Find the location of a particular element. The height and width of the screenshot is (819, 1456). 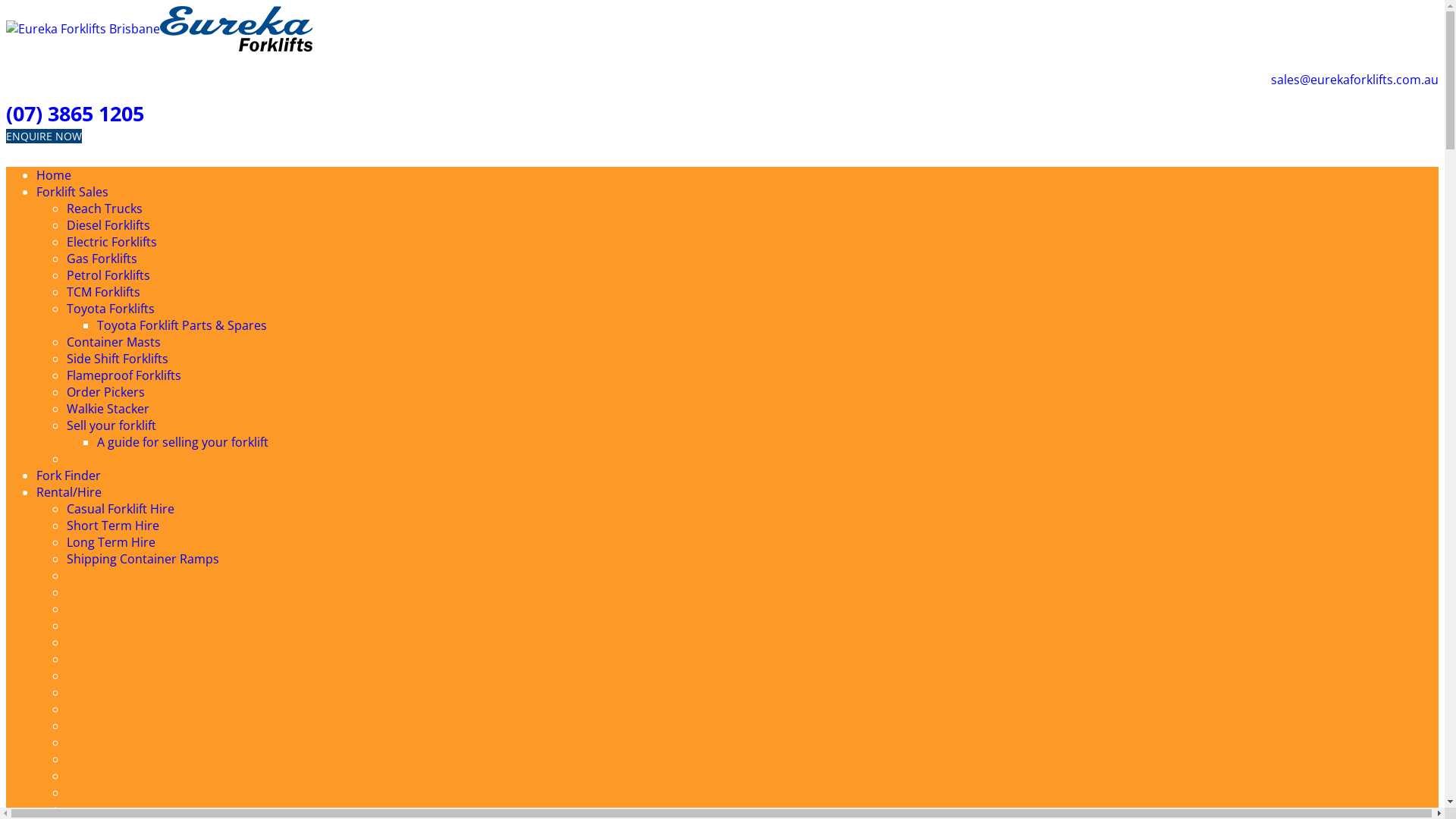

'Walkie Stacker' is located at coordinates (107, 408).